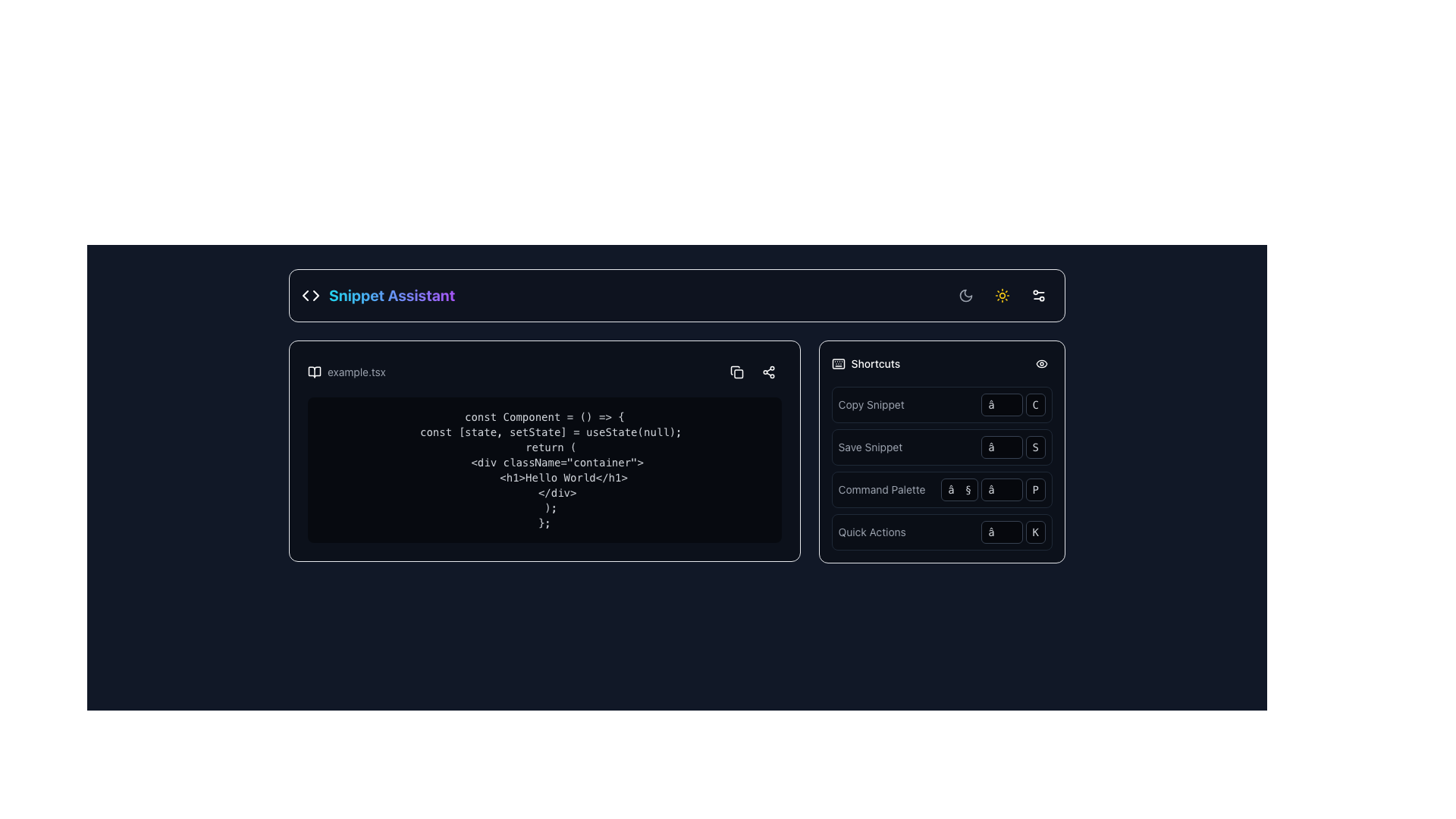  What do you see at coordinates (941, 447) in the screenshot?
I see `the 'Save Snippet' button with shortcut indicators located on the right side of the interface, below the 'Copy Snippet' button and above the 'Command Palette' button` at bounding box center [941, 447].